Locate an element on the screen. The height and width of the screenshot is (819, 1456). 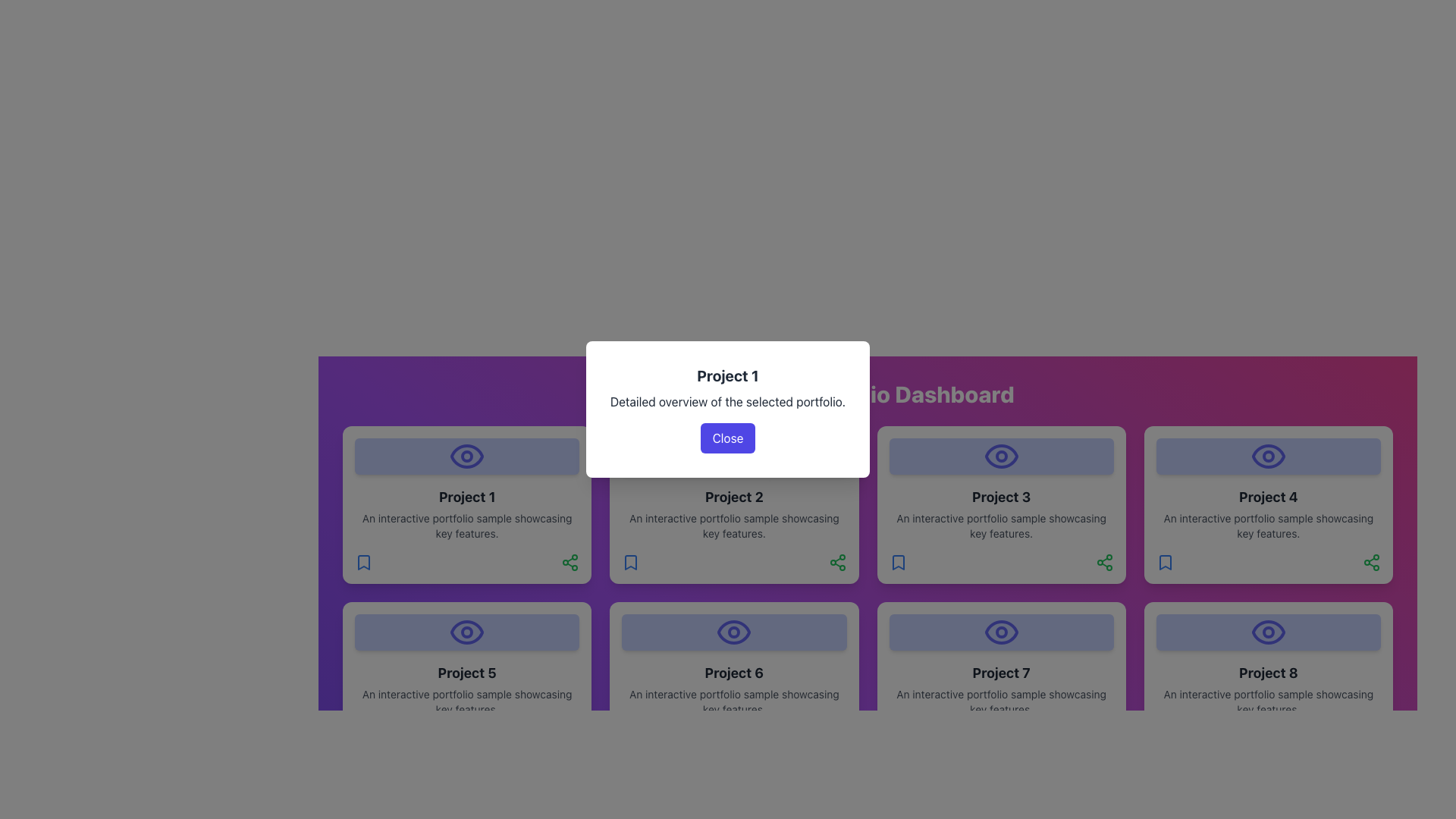
the visibility icon located in the second row, second column of the grid for 'Project 6', which is centered in a light blue rectangular header area is located at coordinates (734, 632).